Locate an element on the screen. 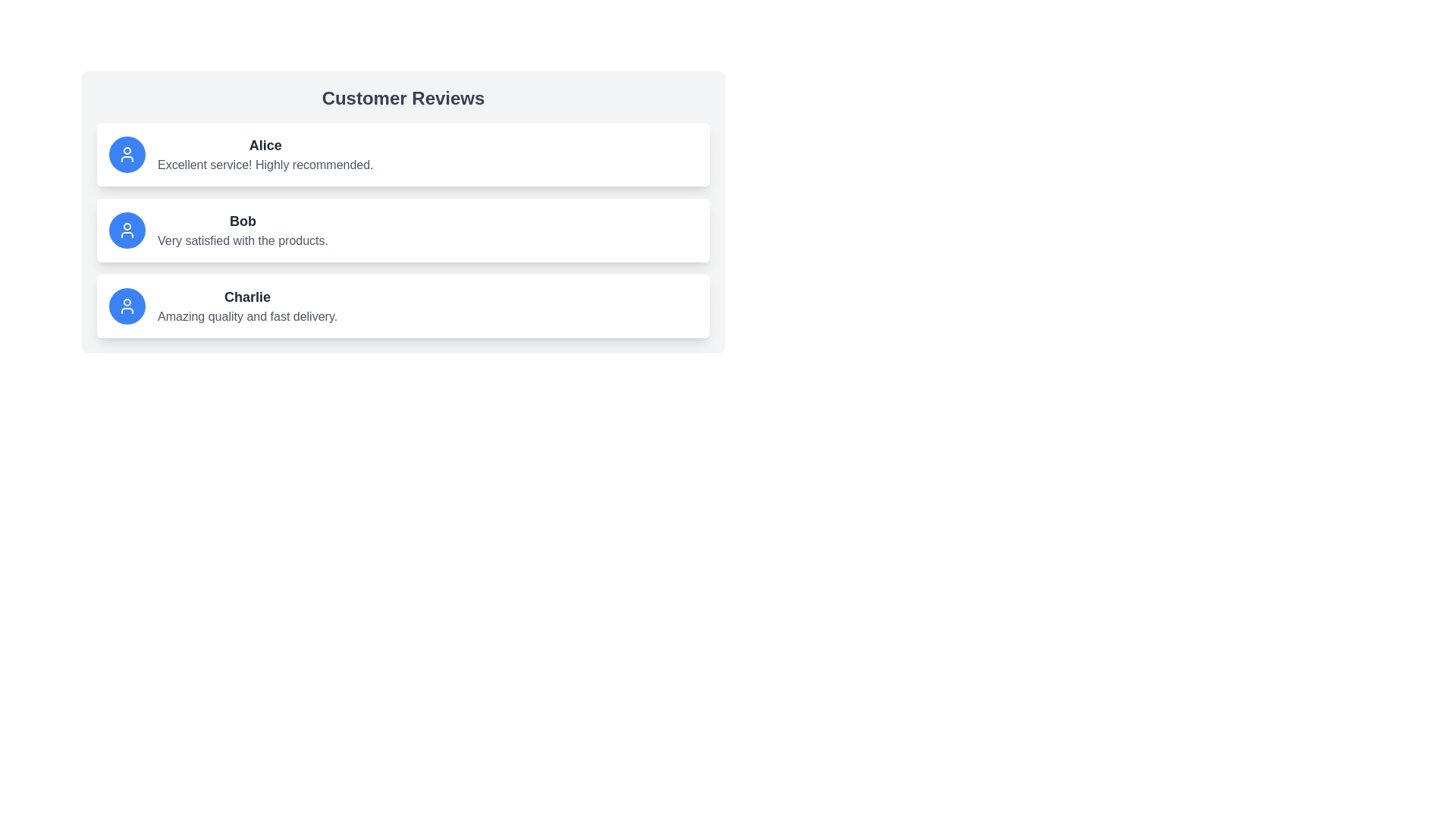  the circular avatar/icon representing the user 'Bob' in the second card of customer reviews, which is aligned to the left side of the card is located at coordinates (127, 231).